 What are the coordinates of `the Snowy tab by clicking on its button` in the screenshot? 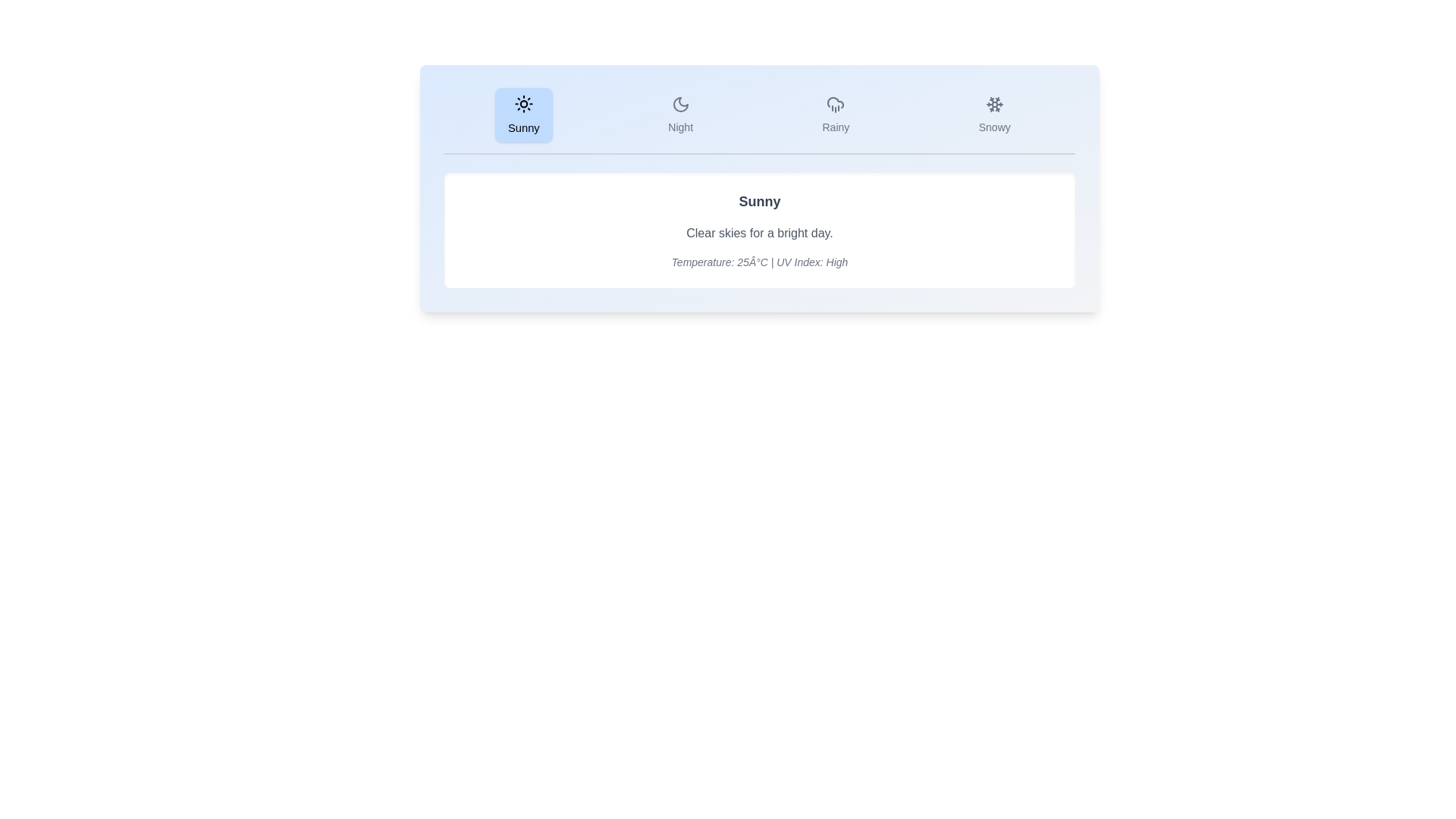 It's located at (994, 114).